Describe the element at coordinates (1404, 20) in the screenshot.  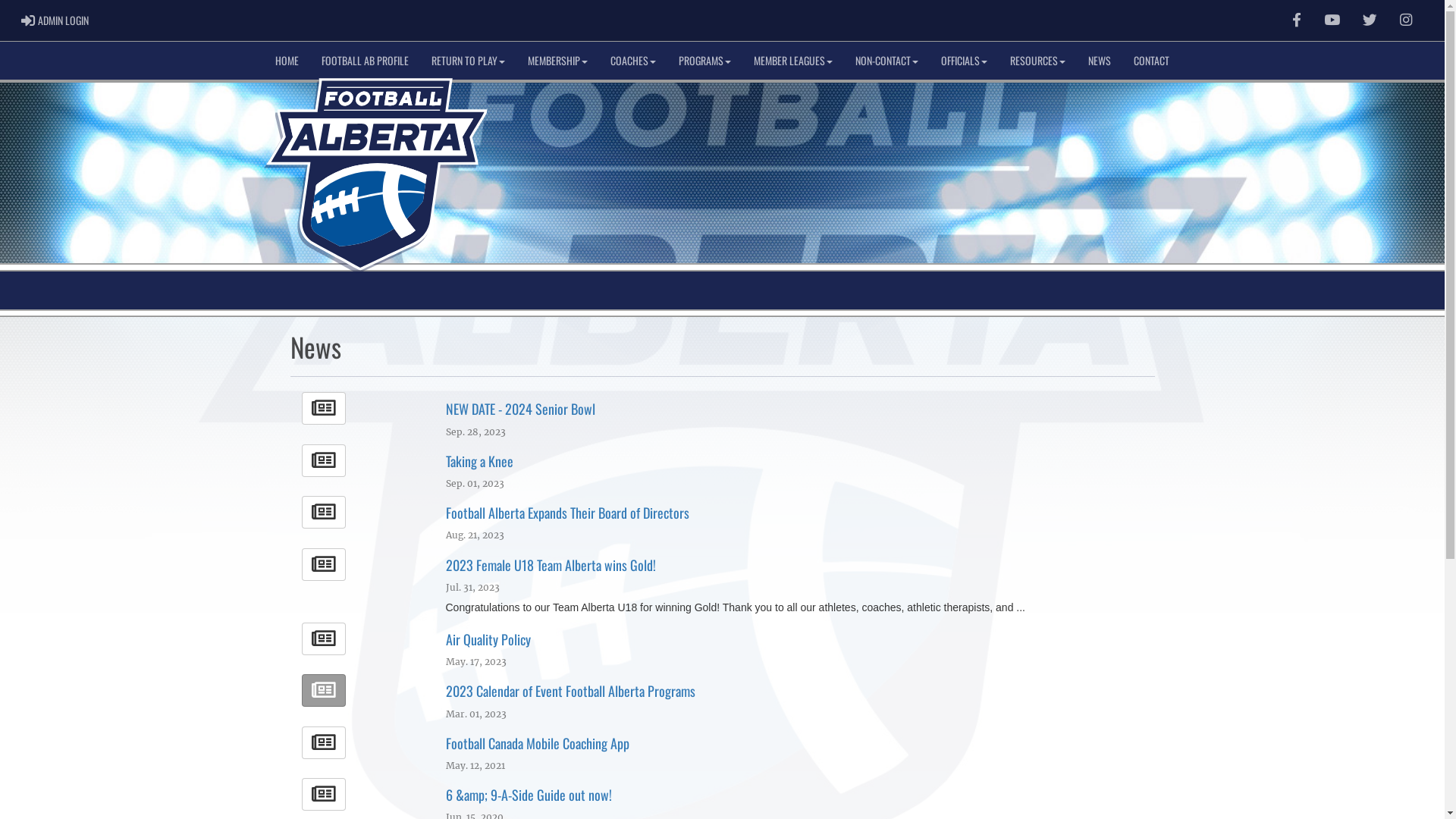
I see `'instagram'` at that location.